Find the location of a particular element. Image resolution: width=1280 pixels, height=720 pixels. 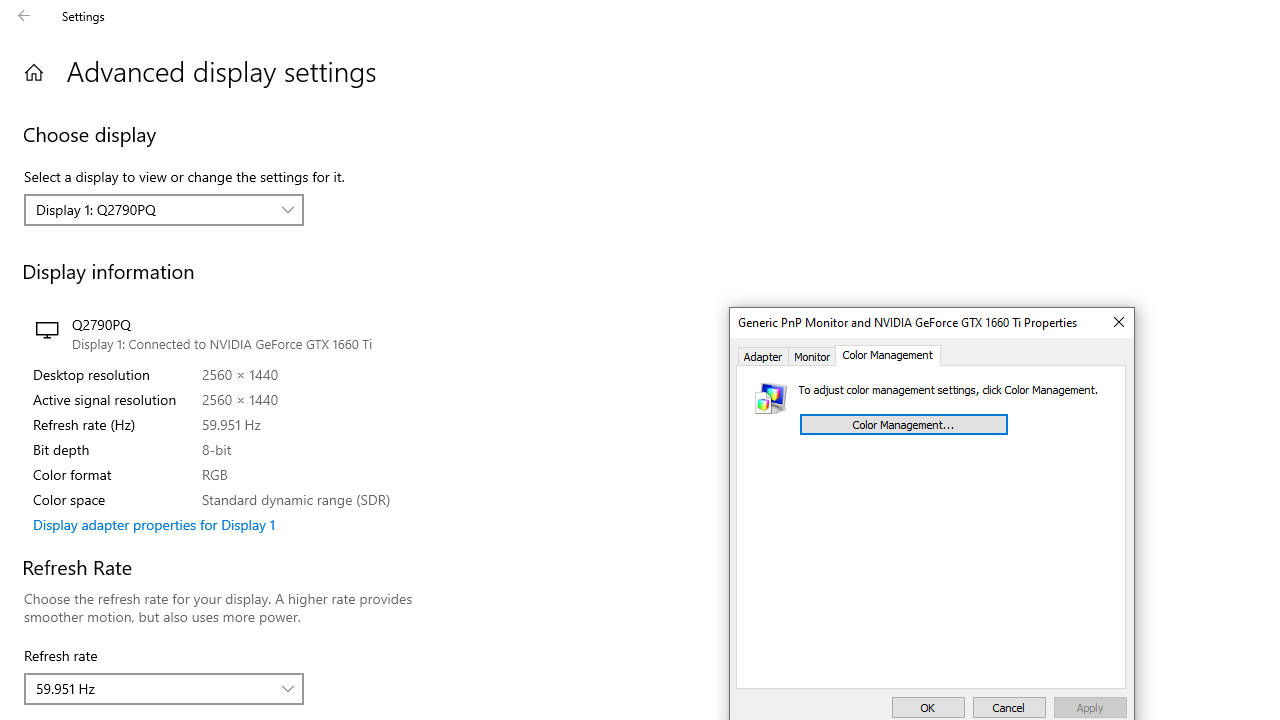

'OK' is located at coordinates (927, 706).